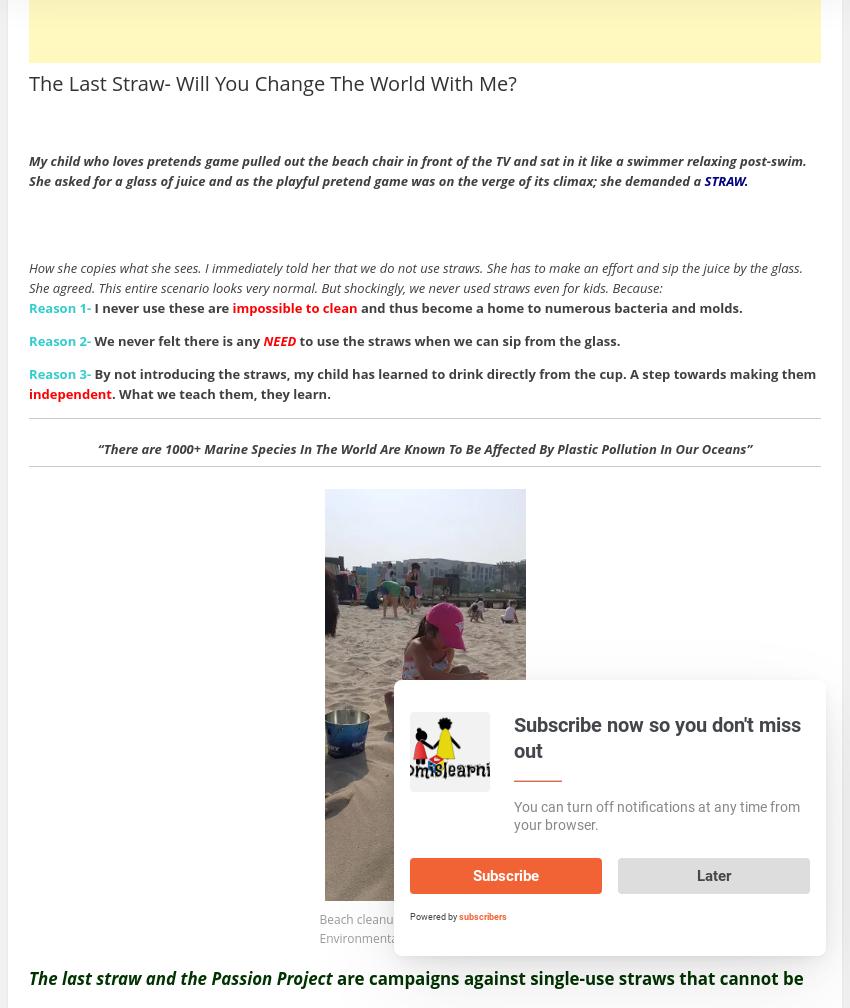  What do you see at coordinates (278, 339) in the screenshot?
I see `'NEED'` at bounding box center [278, 339].